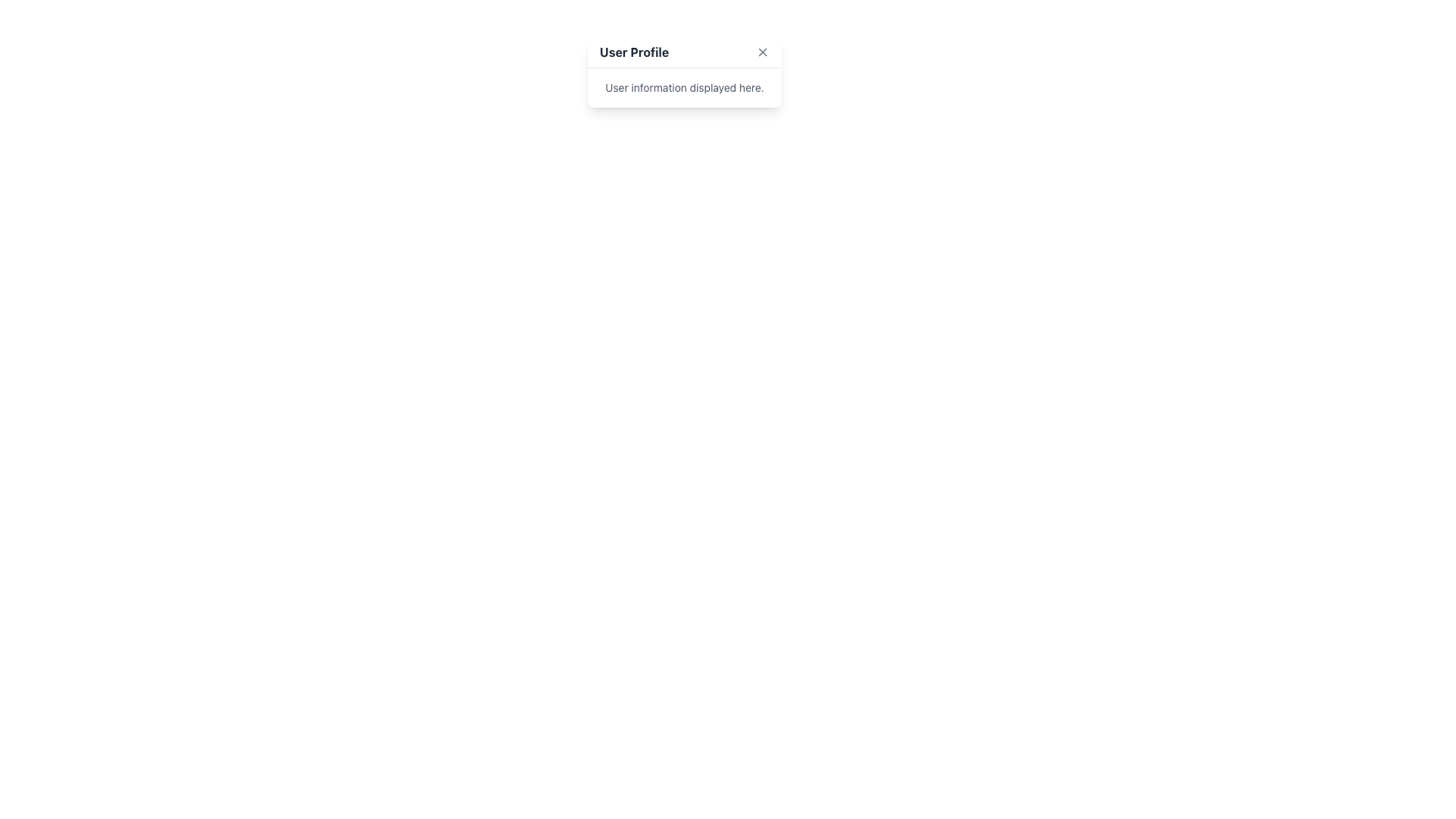  What do you see at coordinates (683, 87) in the screenshot?
I see `the static Text Label displaying user information, located below the 'User Profile' text` at bounding box center [683, 87].